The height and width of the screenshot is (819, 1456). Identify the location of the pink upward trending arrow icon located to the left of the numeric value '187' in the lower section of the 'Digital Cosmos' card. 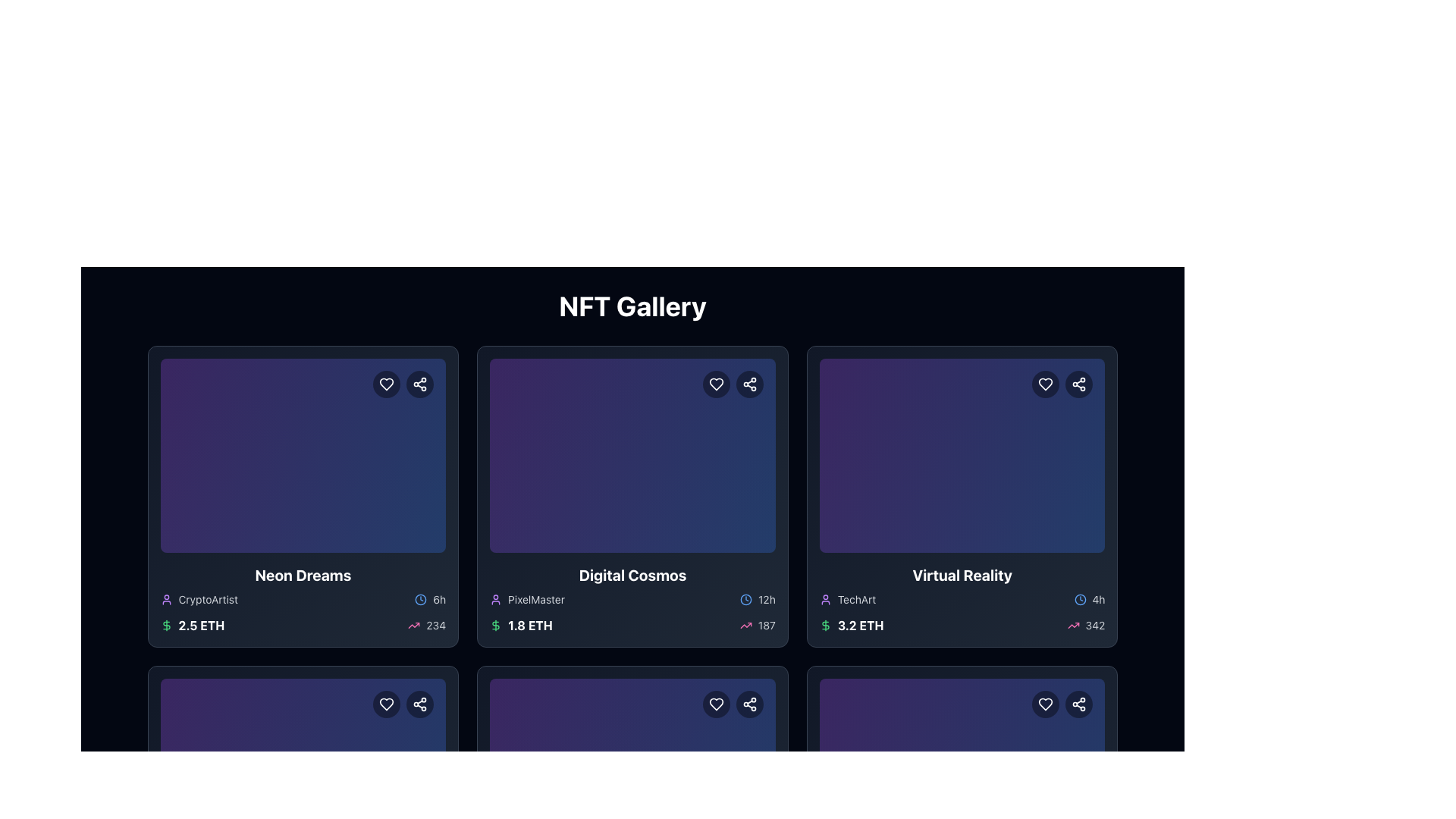
(745, 626).